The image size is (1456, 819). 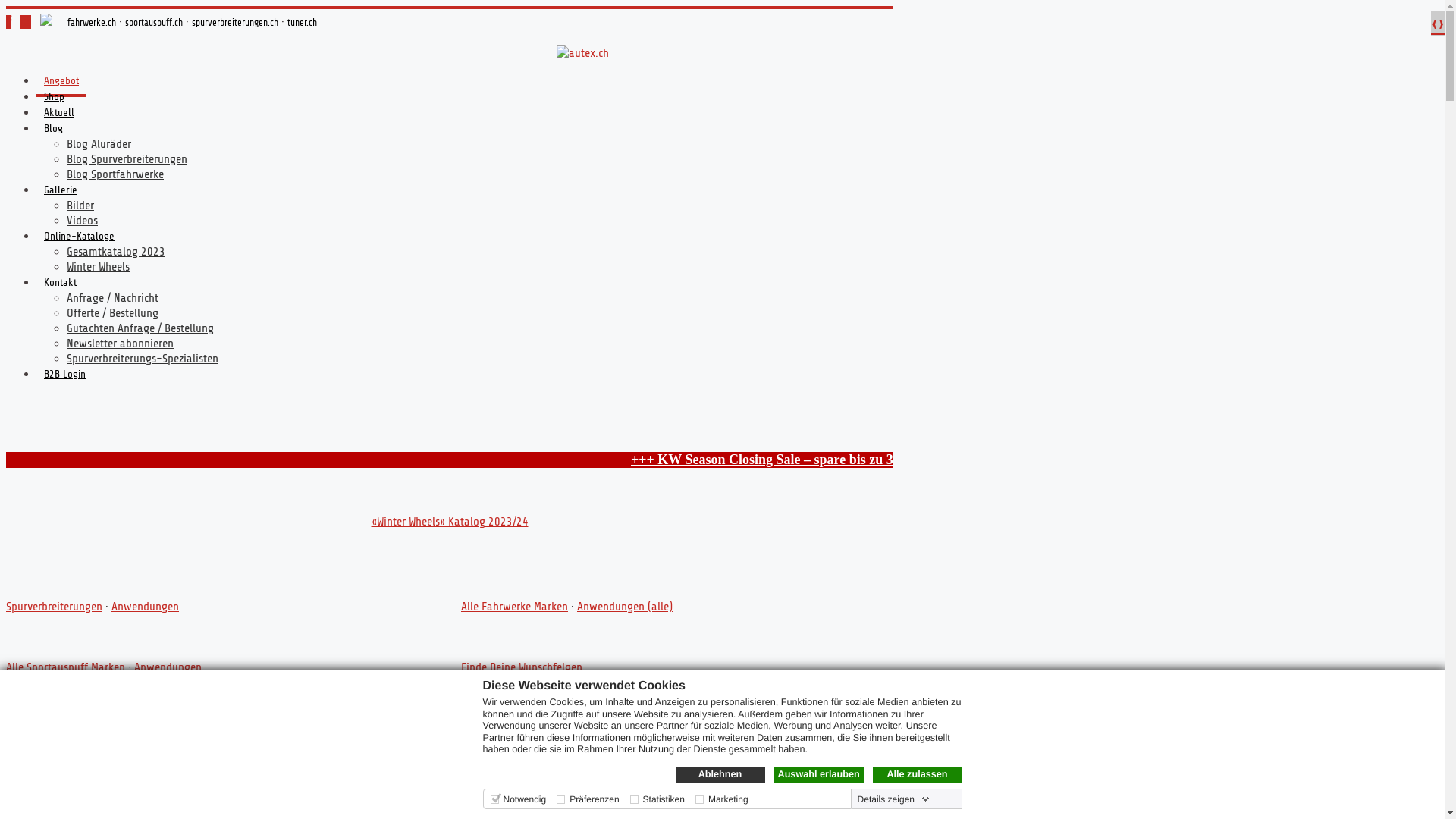 I want to click on 'Finde Deine Wunschfelgen', so click(x=521, y=666).